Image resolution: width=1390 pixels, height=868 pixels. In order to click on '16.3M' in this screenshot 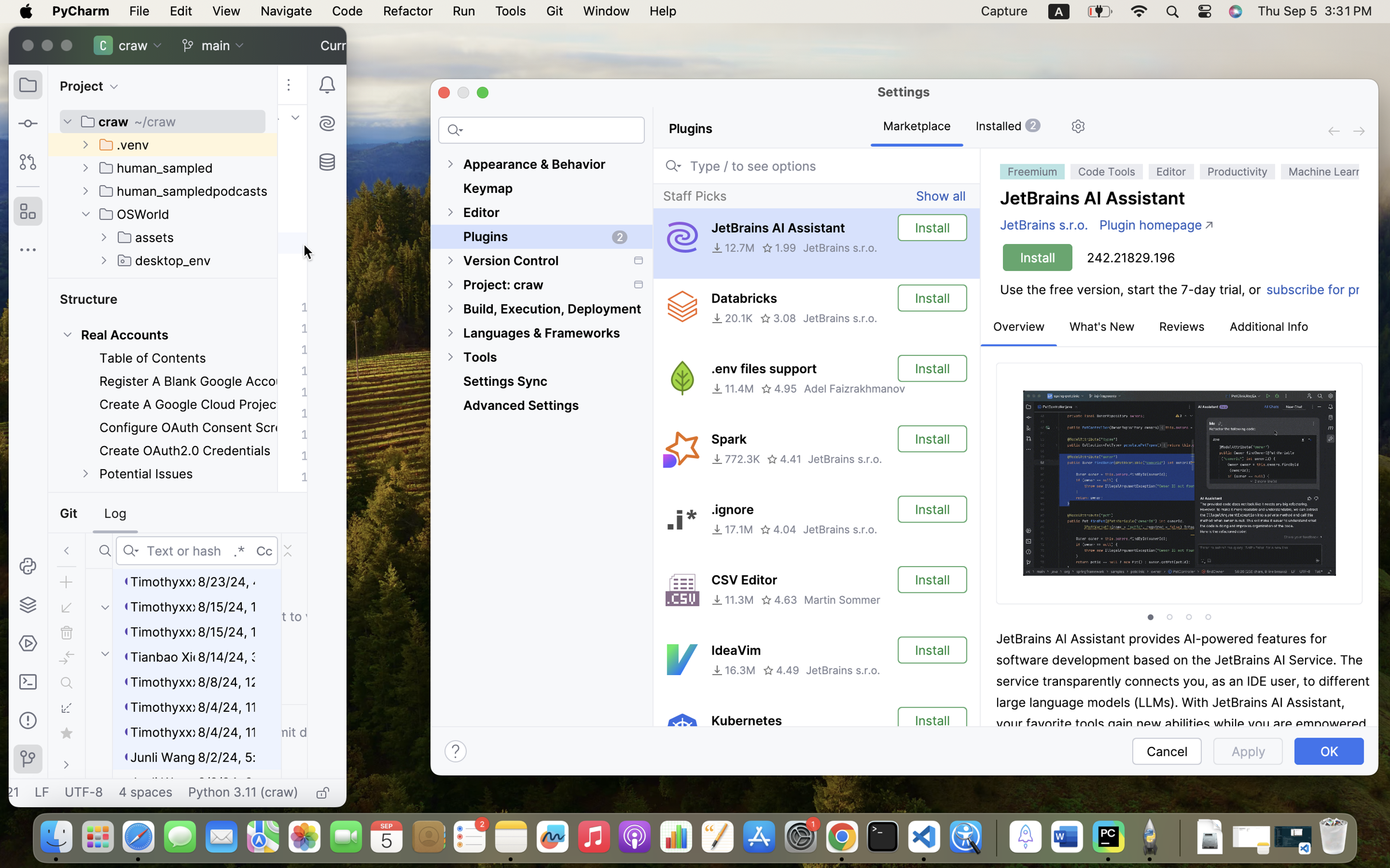, I will do `click(733, 669)`.